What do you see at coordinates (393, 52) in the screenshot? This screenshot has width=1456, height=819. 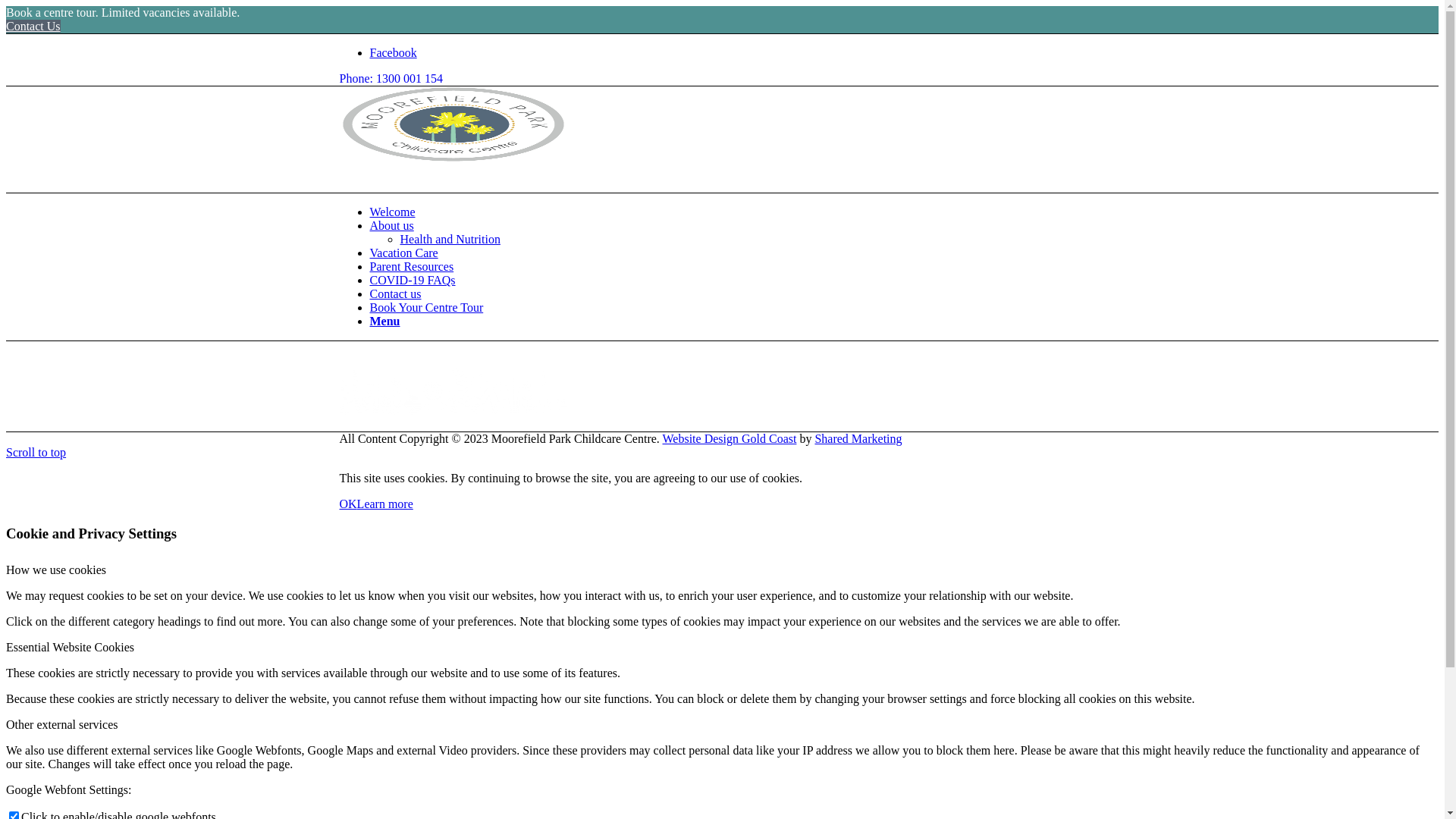 I see `'Facebook'` at bounding box center [393, 52].